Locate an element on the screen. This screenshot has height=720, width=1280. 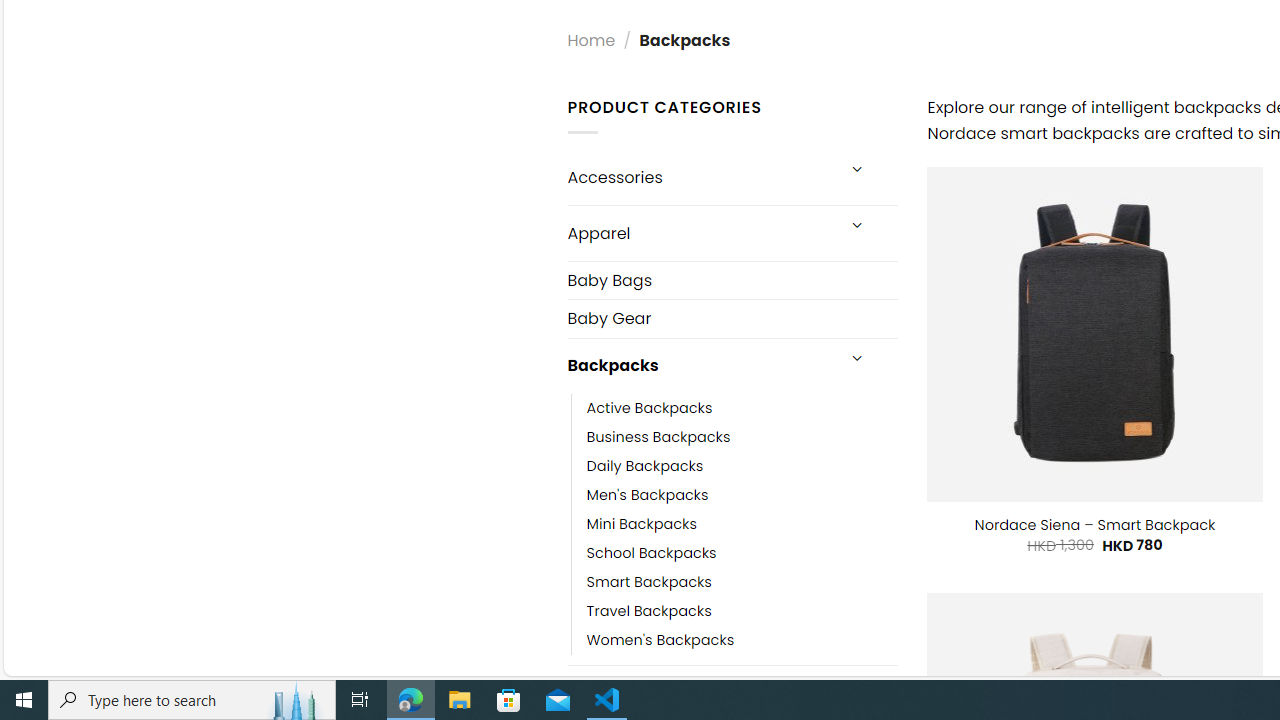
'Men' is located at coordinates (647, 495).